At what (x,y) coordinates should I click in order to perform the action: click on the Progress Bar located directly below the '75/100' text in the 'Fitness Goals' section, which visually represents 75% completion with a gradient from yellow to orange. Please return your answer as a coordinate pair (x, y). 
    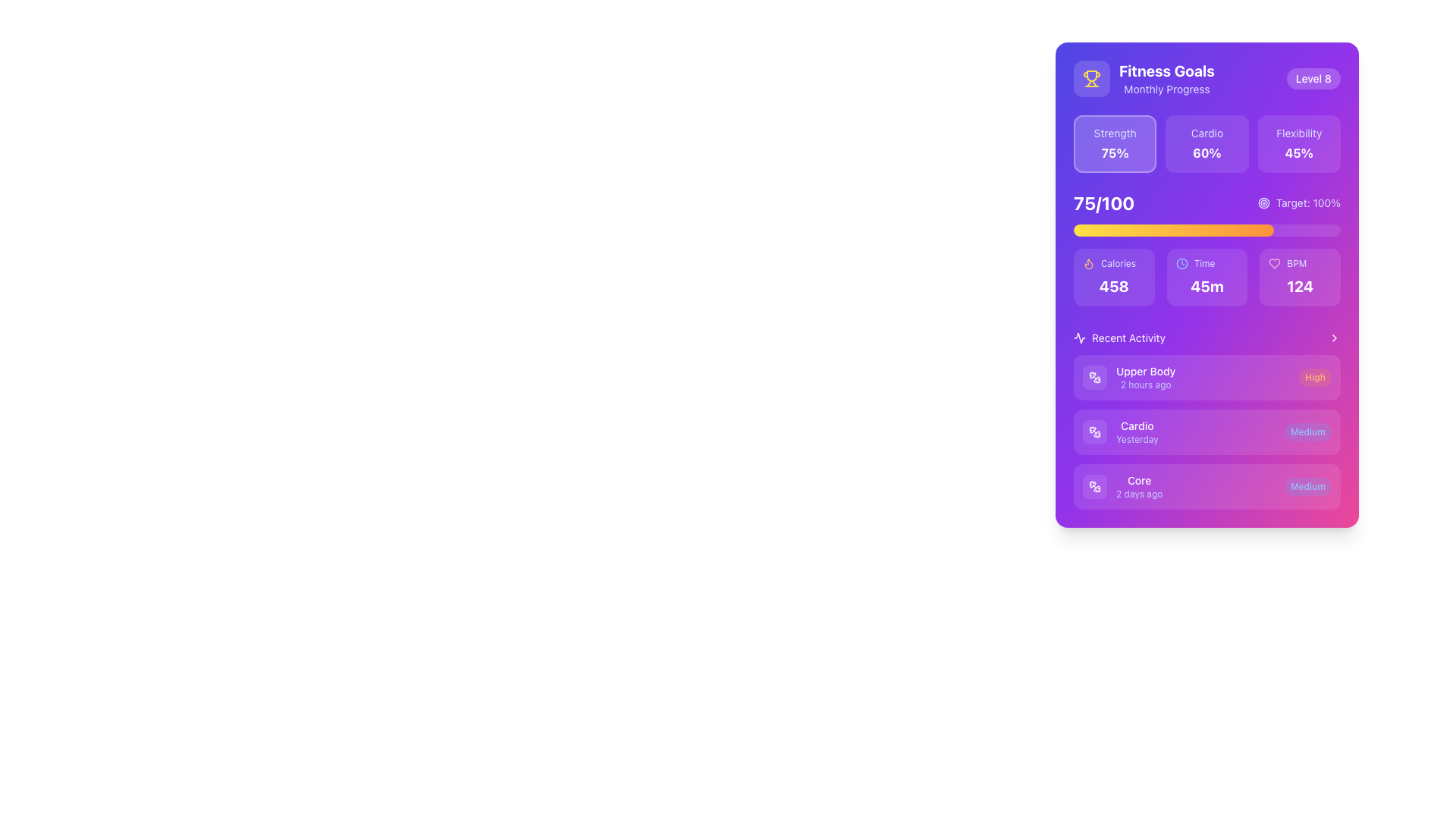
    Looking at the image, I should click on (1207, 231).